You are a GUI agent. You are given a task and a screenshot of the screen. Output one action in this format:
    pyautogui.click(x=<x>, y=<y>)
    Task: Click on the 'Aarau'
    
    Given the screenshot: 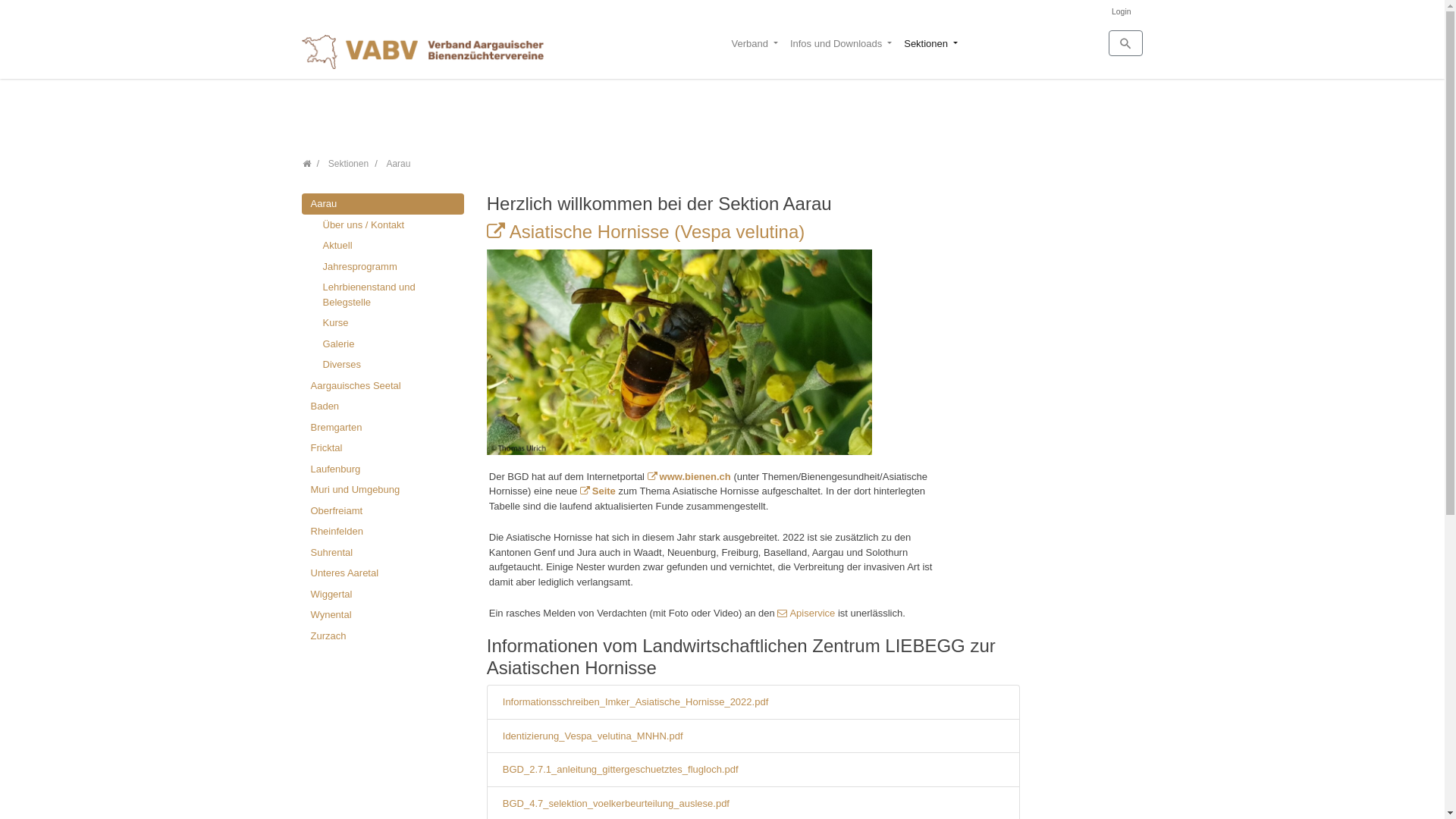 What is the action you would take?
    pyautogui.click(x=382, y=203)
    